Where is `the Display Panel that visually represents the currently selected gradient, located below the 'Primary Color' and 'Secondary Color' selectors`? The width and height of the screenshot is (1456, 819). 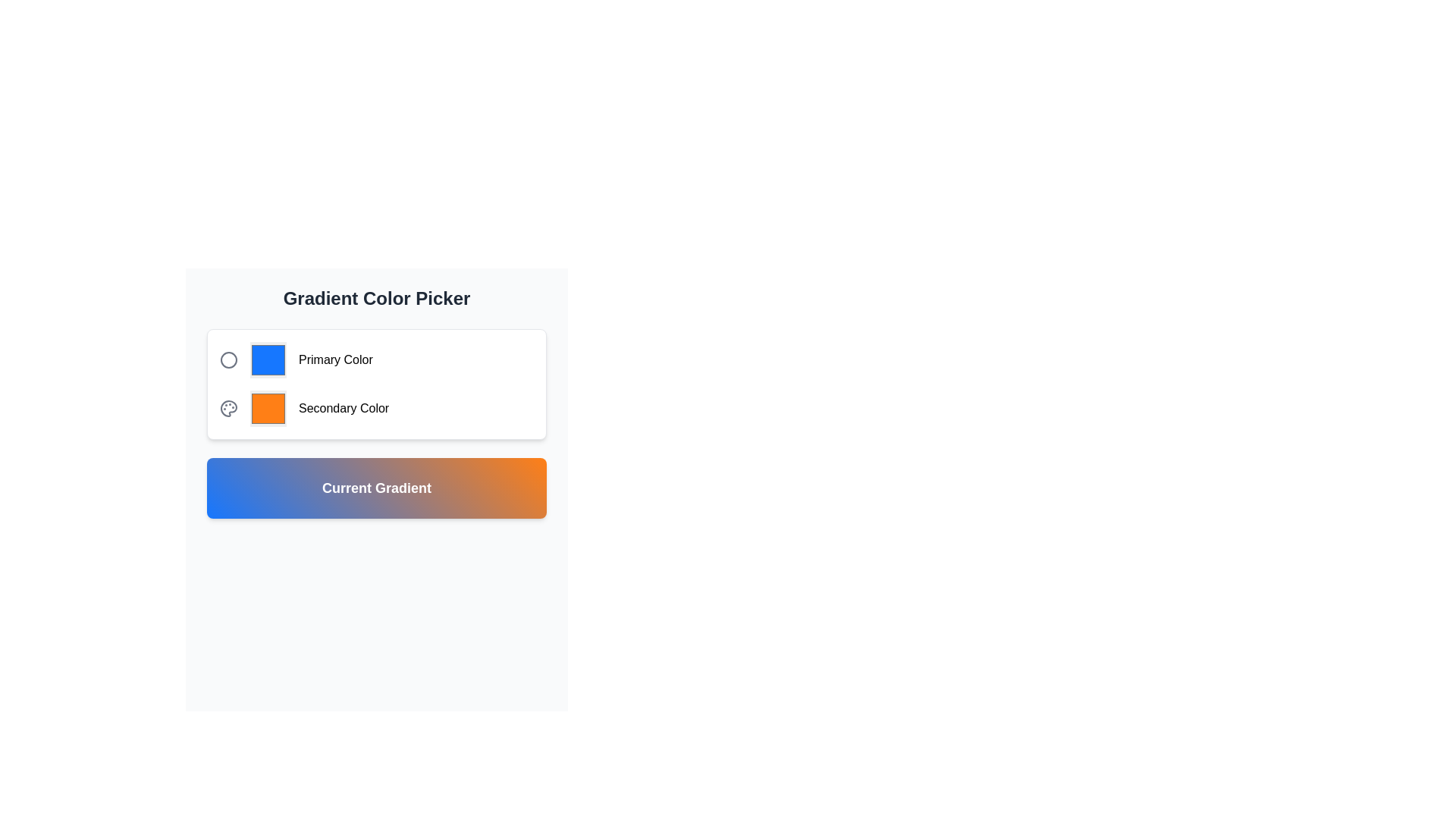
the Display Panel that visually represents the currently selected gradient, located below the 'Primary Color' and 'Secondary Color' selectors is located at coordinates (377, 488).